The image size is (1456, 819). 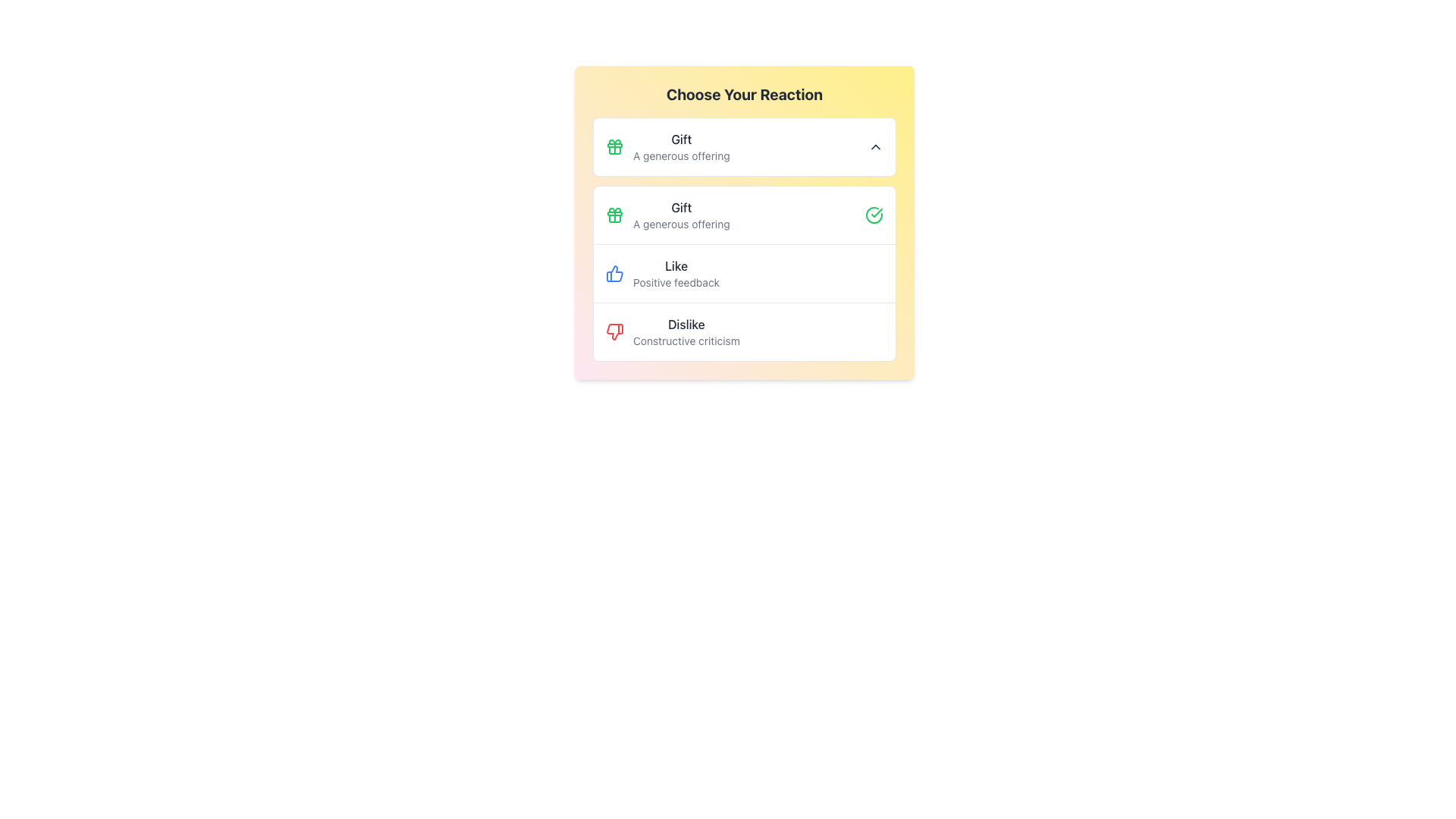 What do you see at coordinates (680, 207) in the screenshot?
I see `text label indicating 'Gift' in the menu titled 'Choose Your Reaction', located between the first 'Gift' entry and the 'Like' entry` at bounding box center [680, 207].